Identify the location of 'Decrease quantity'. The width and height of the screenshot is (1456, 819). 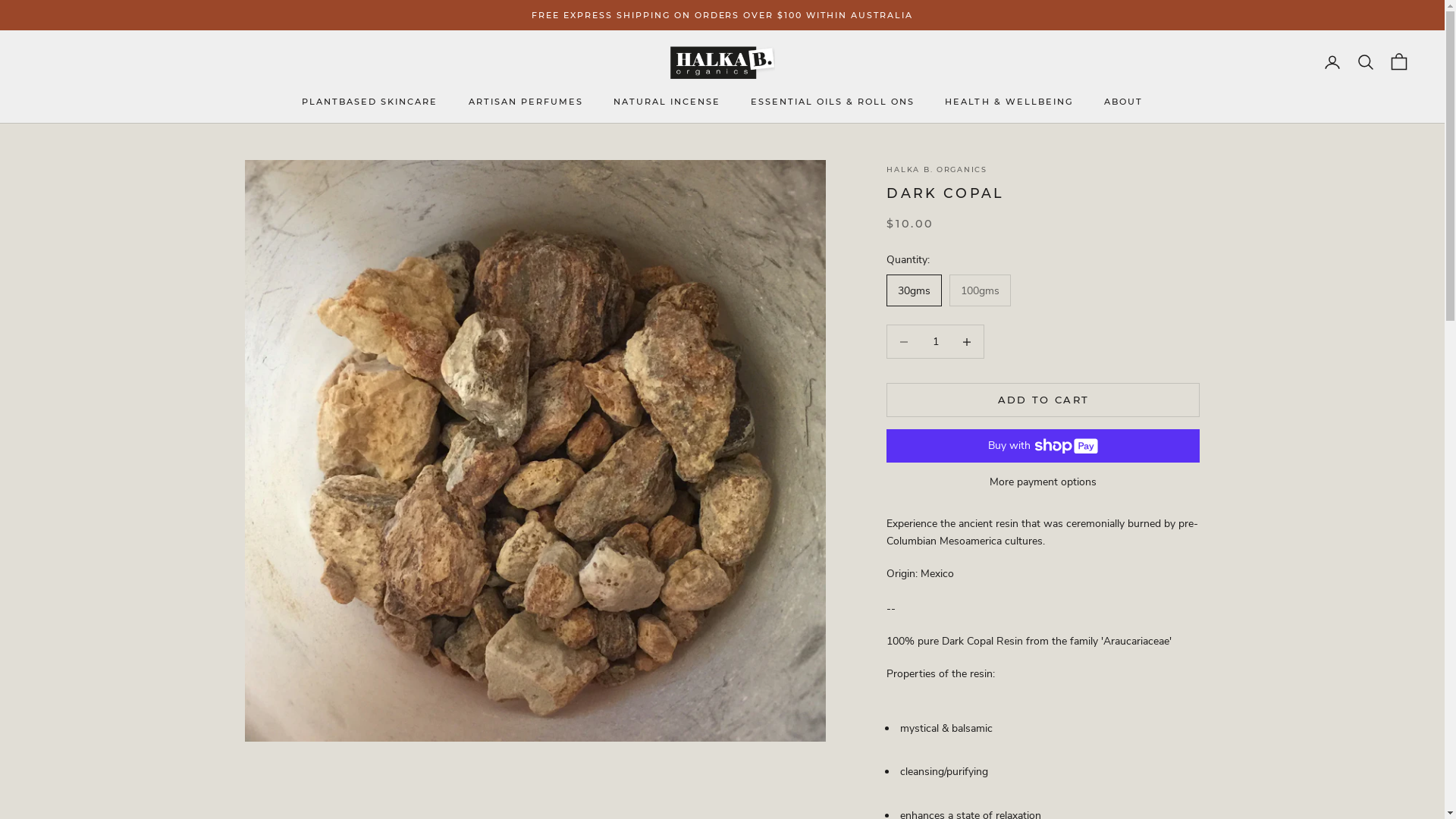
(949, 341).